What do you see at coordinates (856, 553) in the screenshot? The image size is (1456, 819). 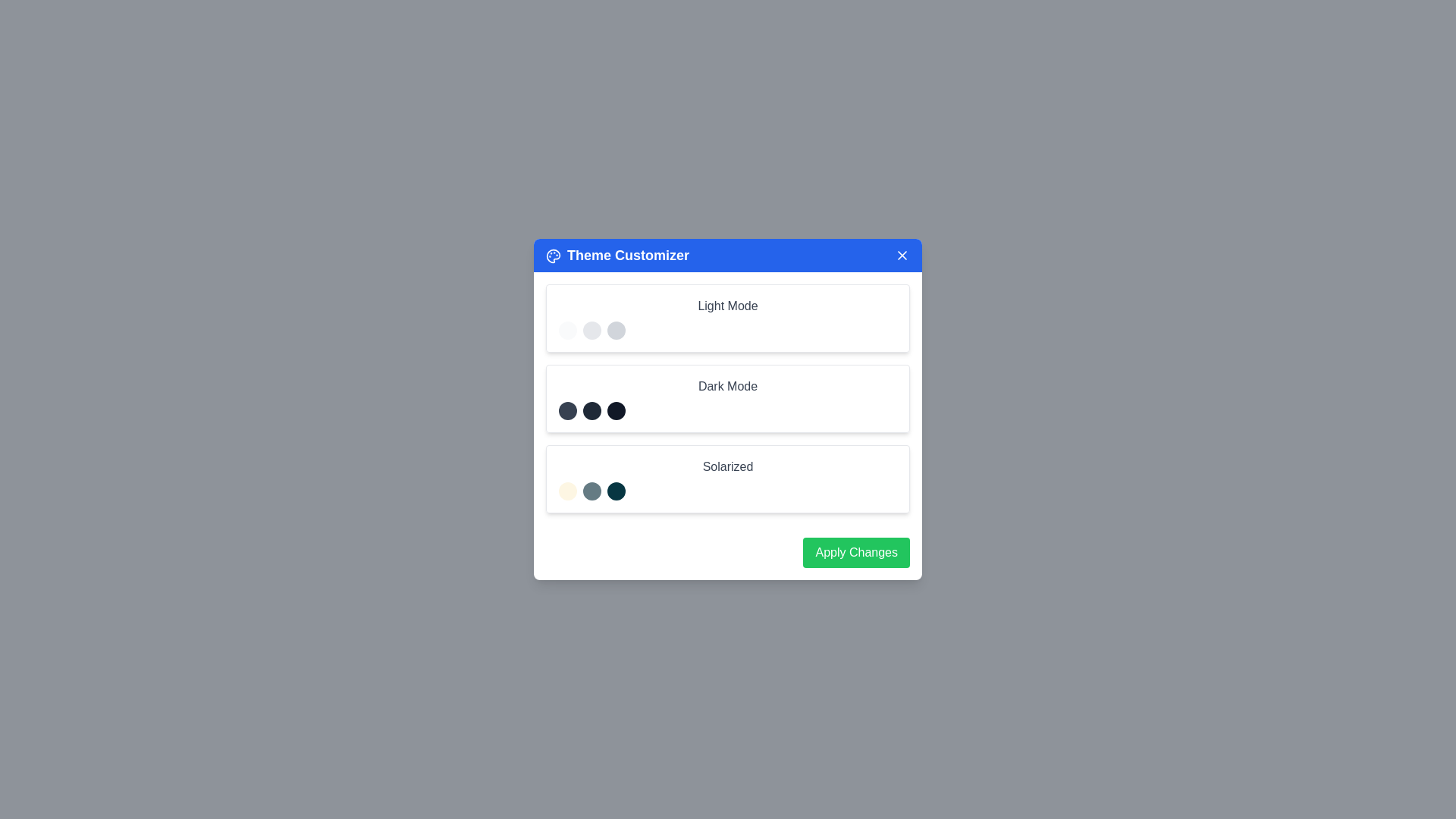 I see `the 'Apply Changes' button to apply the selected theme` at bounding box center [856, 553].